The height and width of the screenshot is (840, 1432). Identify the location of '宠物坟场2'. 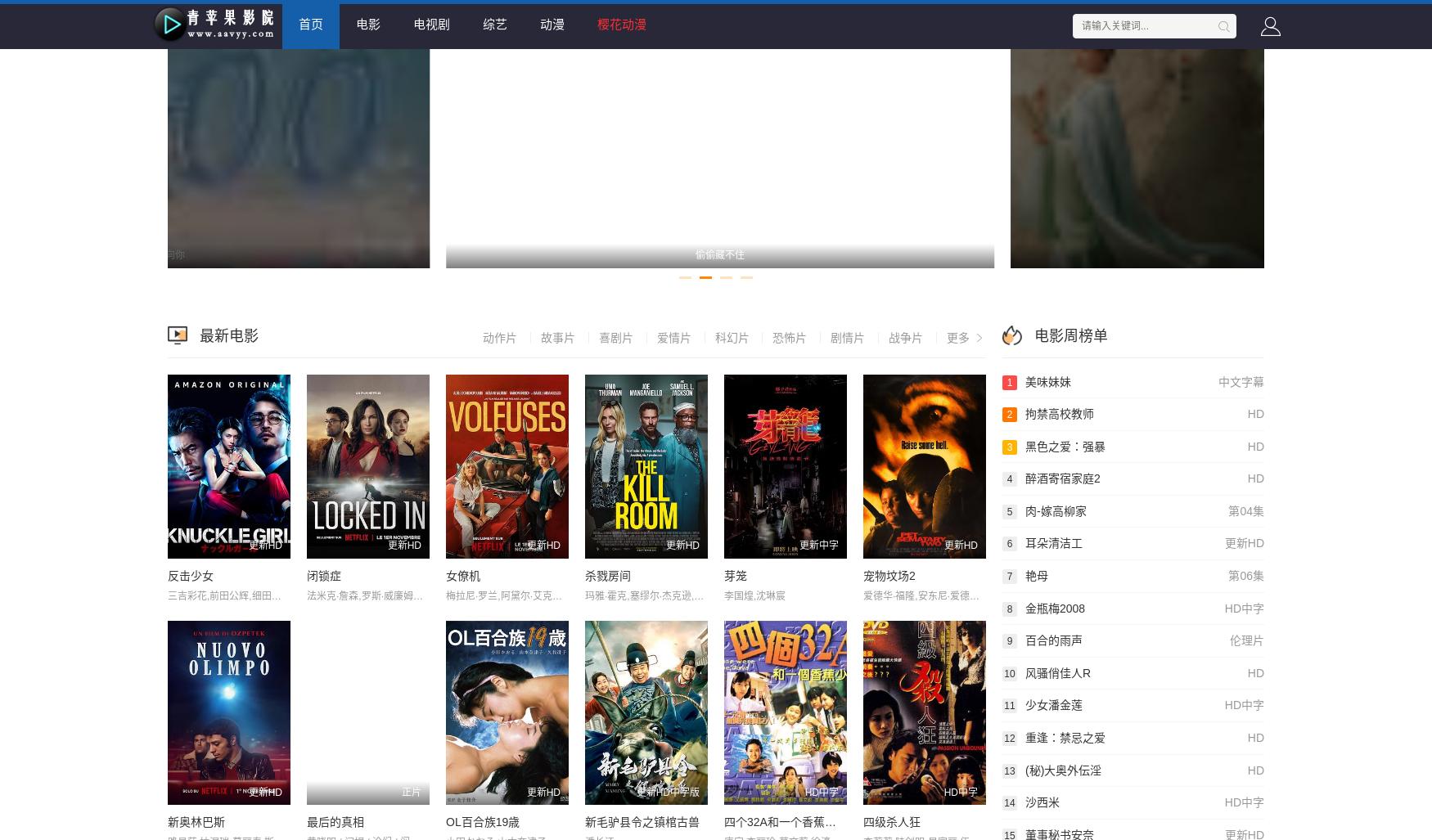
(862, 574).